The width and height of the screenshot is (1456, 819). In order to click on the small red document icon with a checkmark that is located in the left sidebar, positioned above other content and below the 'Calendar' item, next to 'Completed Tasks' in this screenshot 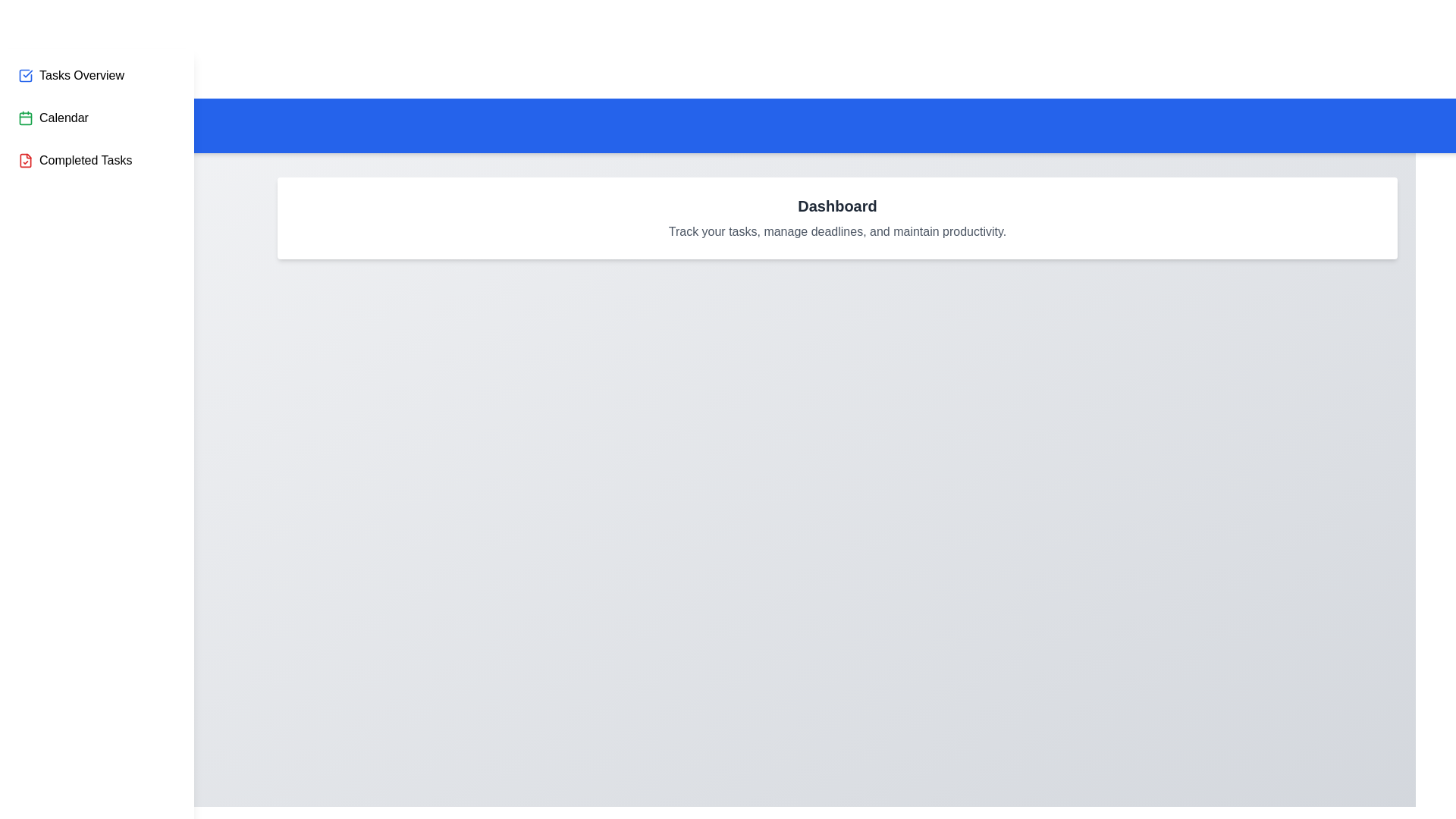, I will do `click(25, 161)`.